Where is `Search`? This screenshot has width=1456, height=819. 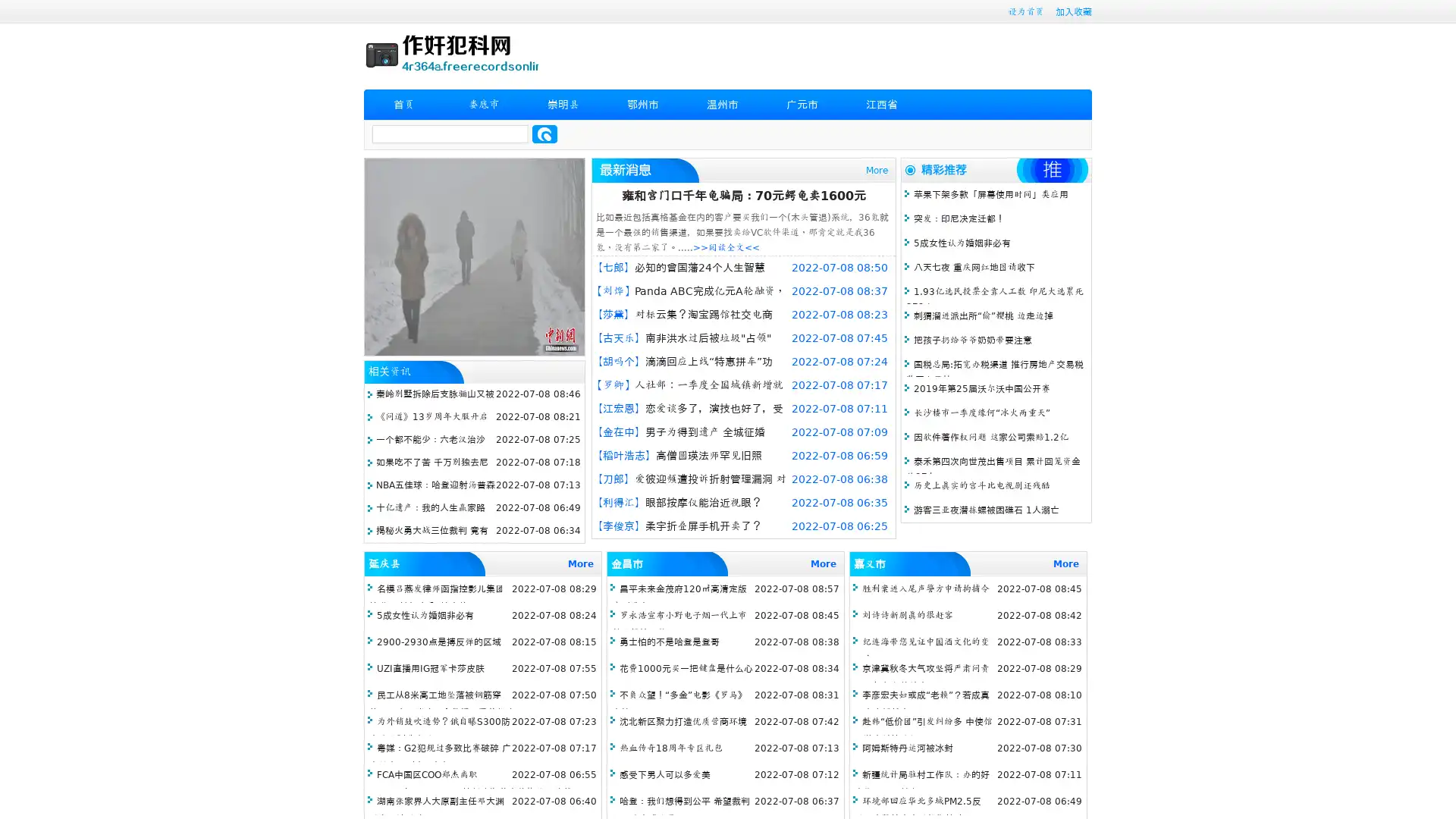
Search is located at coordinates (544, 133).